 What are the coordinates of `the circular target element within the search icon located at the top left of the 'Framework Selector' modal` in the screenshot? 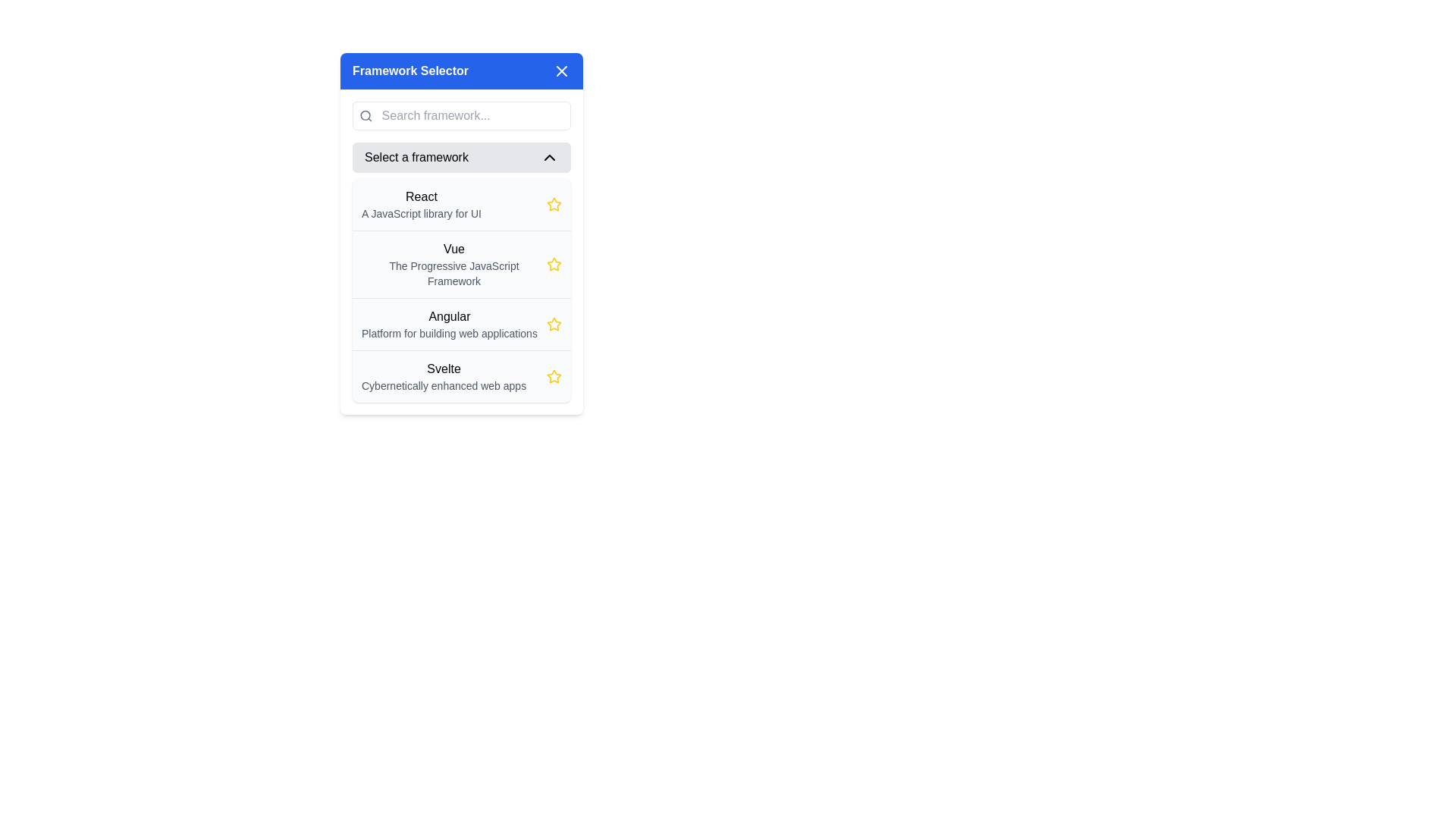 It's located at (366, 115).